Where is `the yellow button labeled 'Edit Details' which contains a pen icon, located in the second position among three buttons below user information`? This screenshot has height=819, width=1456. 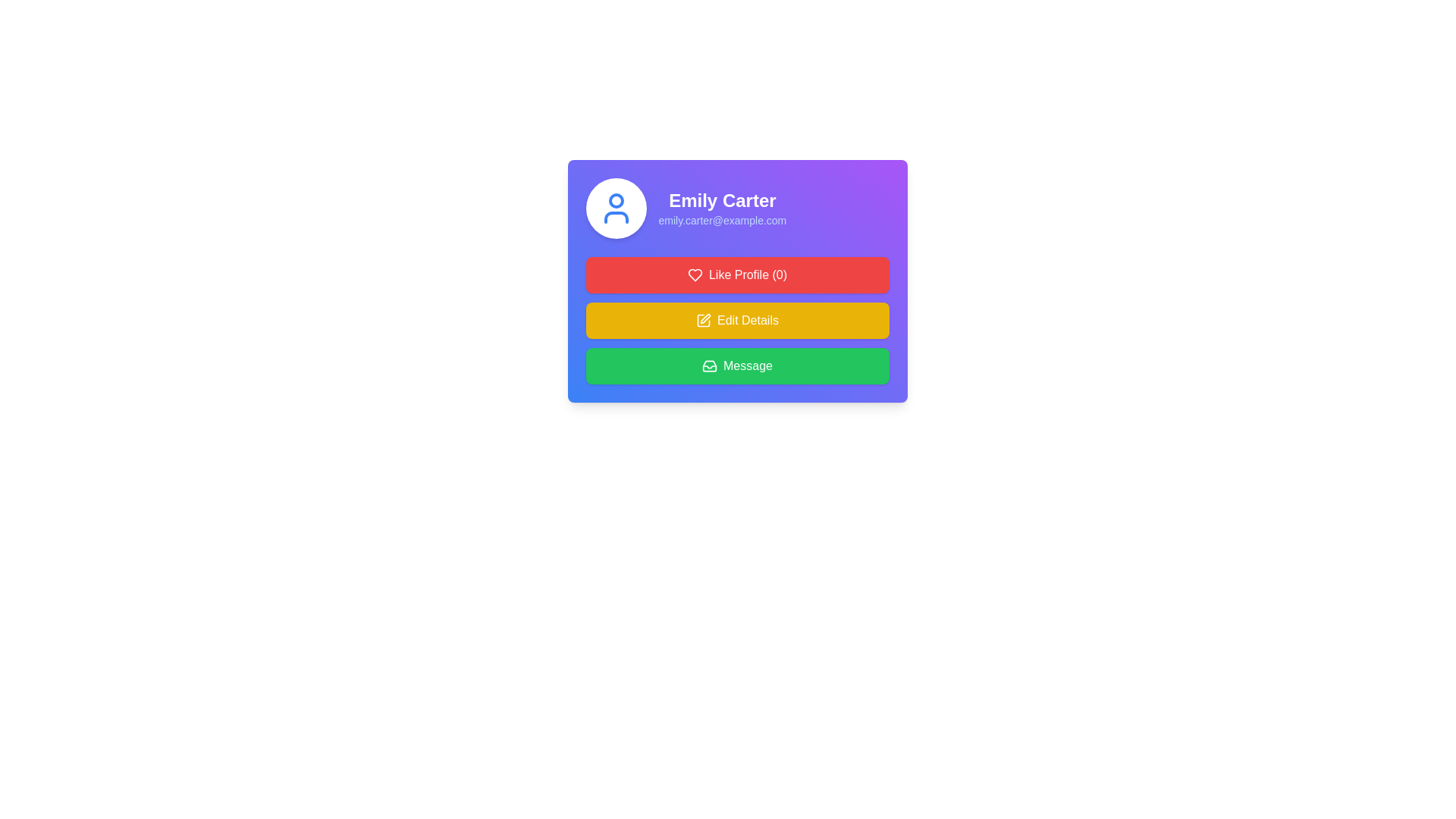
the yellow button labeled 'Edit Details' which contains a pen icon, located in the second position among three buttons below user information is located at coordinates (702, 320).